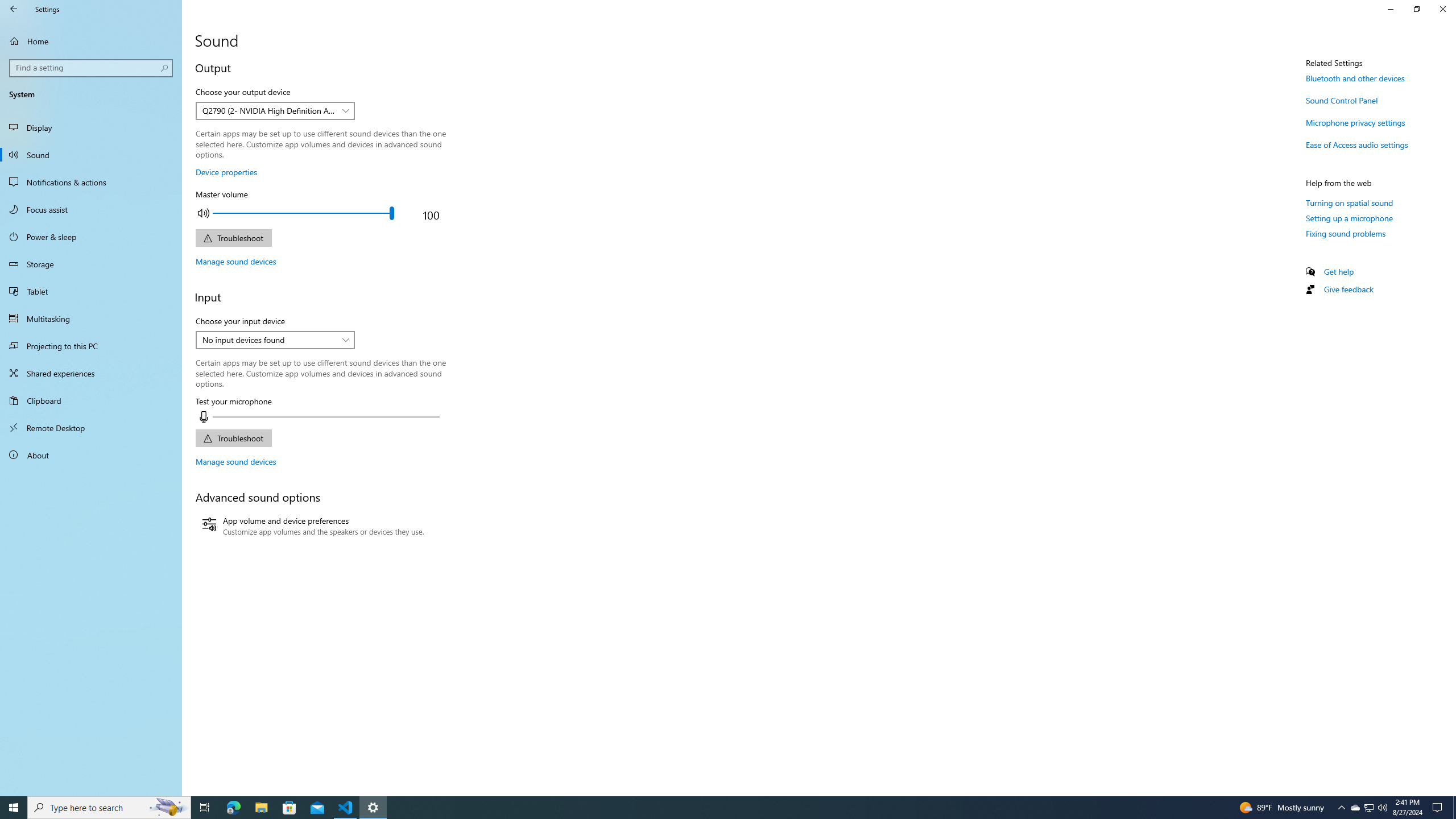 The image size is (1456, 819). What do you see at coordinates (1345, 233) in the screenshot?
I see `'Fixing sound problems'` at bounding box center [1345, 233].